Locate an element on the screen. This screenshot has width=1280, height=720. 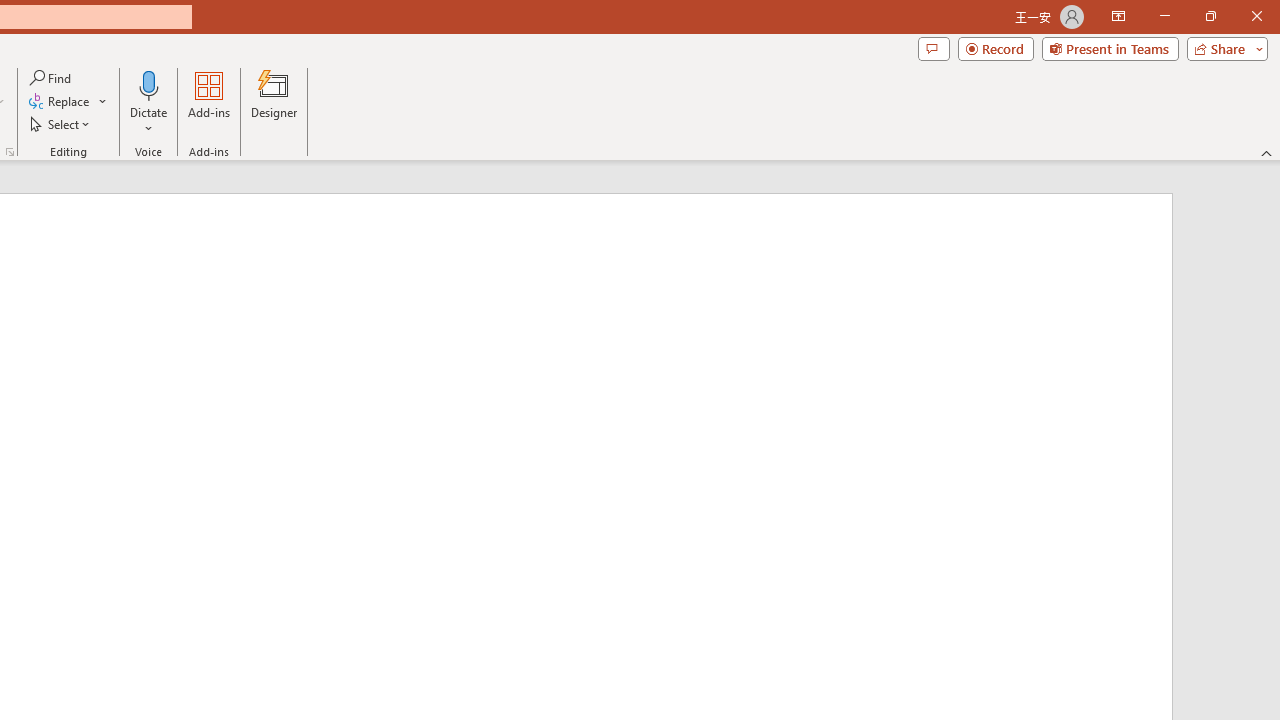
'Select' is located at coordinates (61, 124).